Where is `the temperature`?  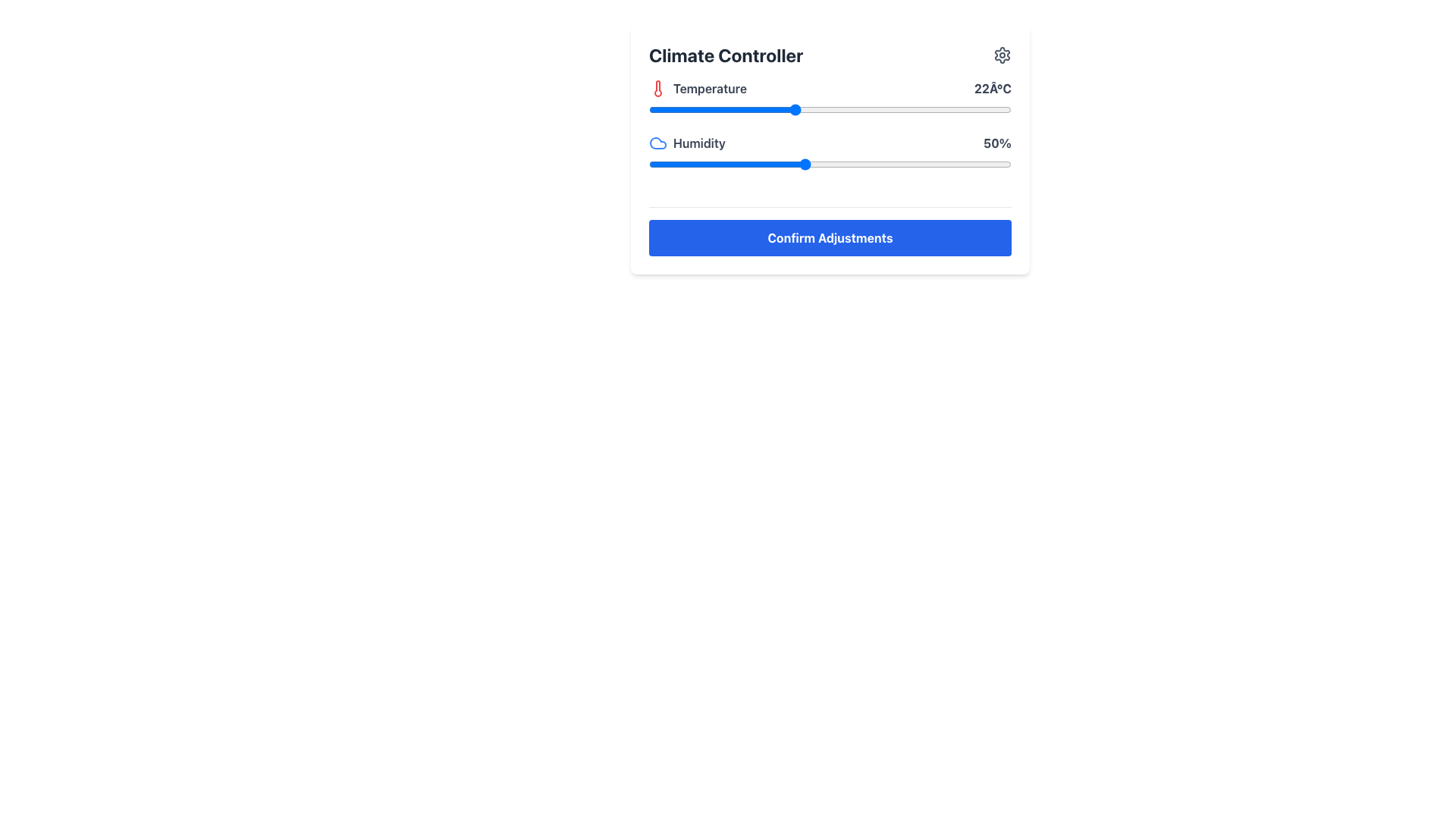
the temperature is located at coordinates (914, 109).